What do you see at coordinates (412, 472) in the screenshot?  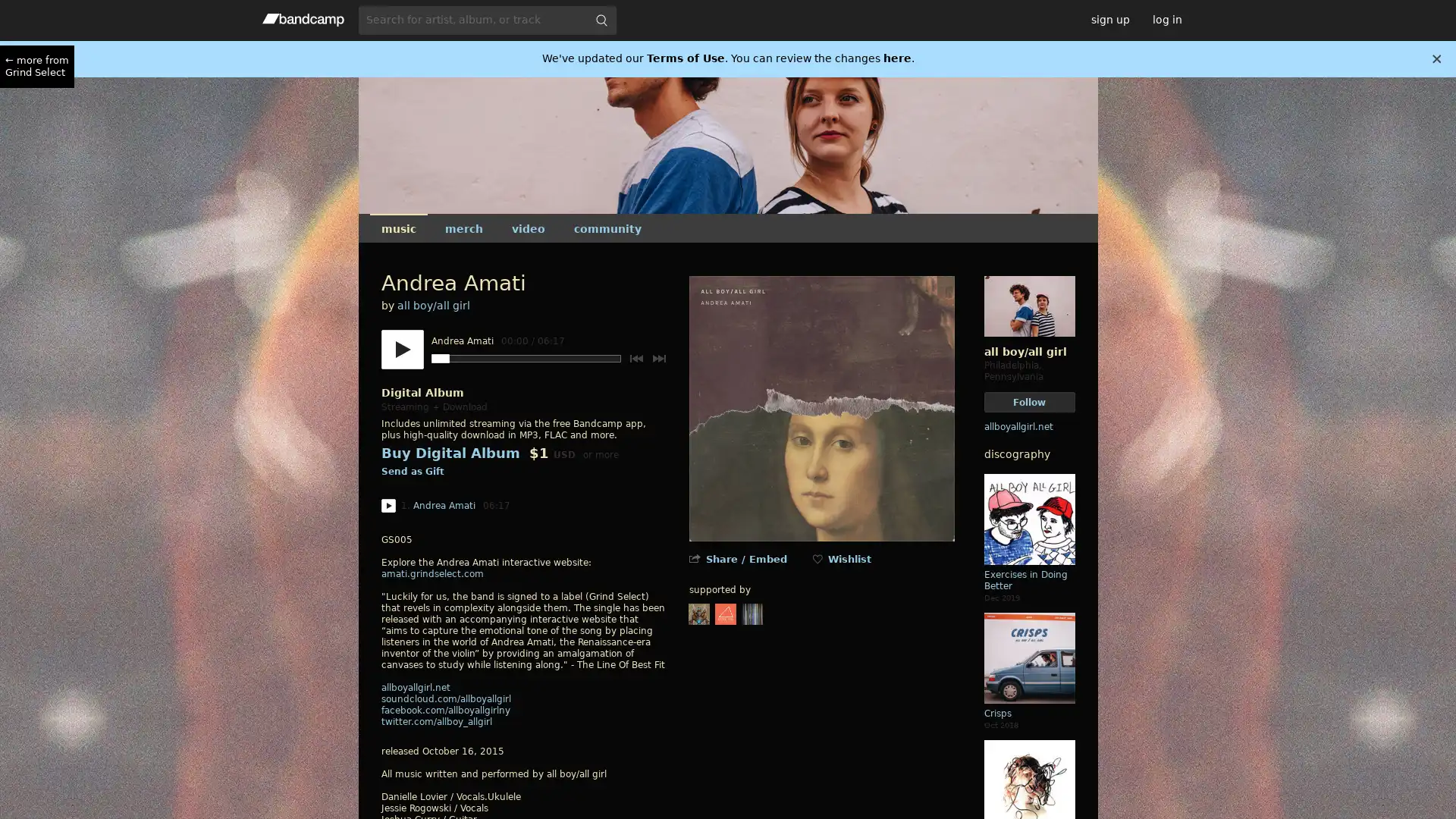 I see `Send as Gift` at bounding box center [412, 472].